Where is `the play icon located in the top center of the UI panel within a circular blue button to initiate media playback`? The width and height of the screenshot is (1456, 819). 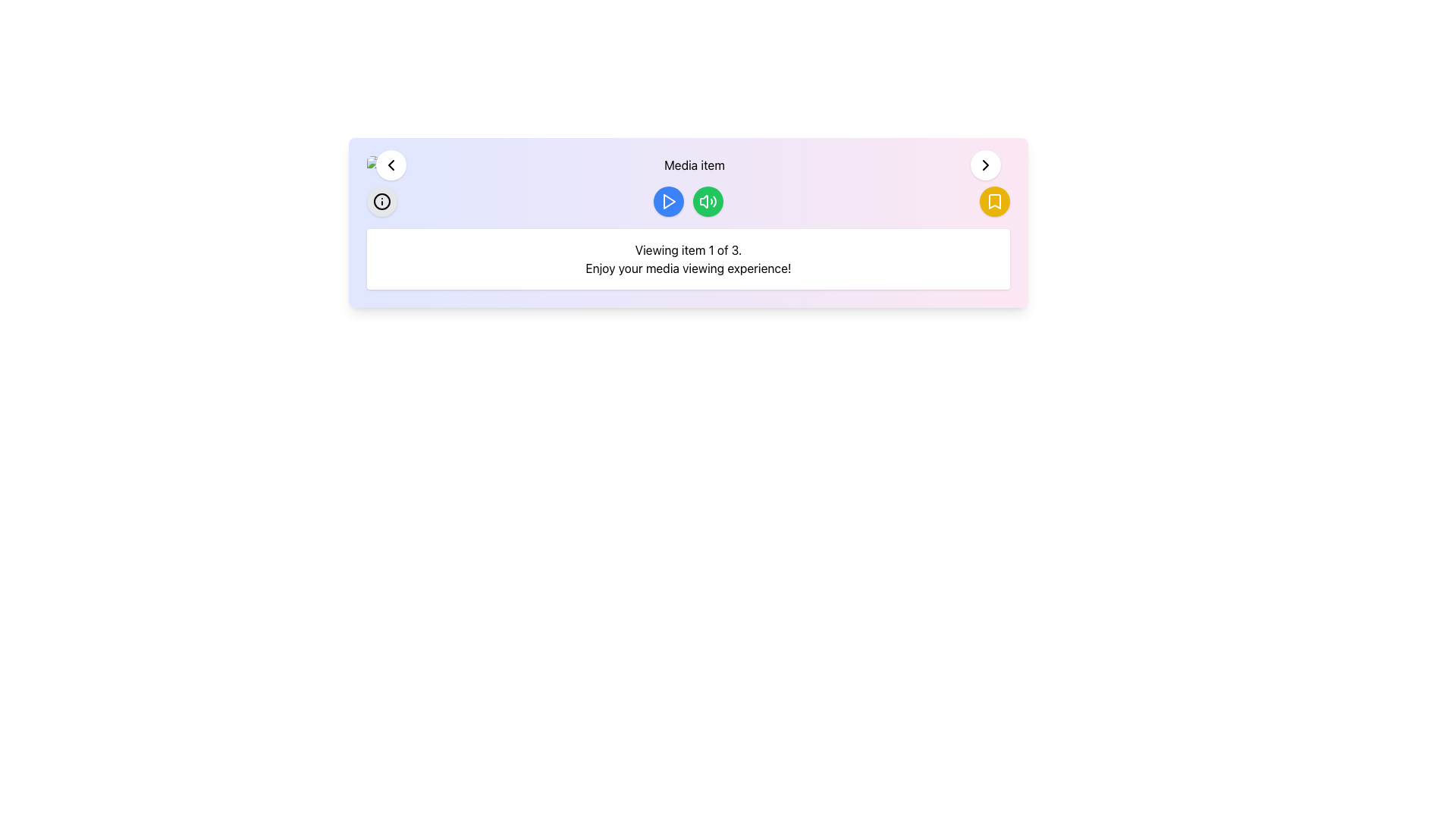
the play icon located in the top center of the UI panel within a circular blue button to initiate media playback is located at coordinates (669, 201).